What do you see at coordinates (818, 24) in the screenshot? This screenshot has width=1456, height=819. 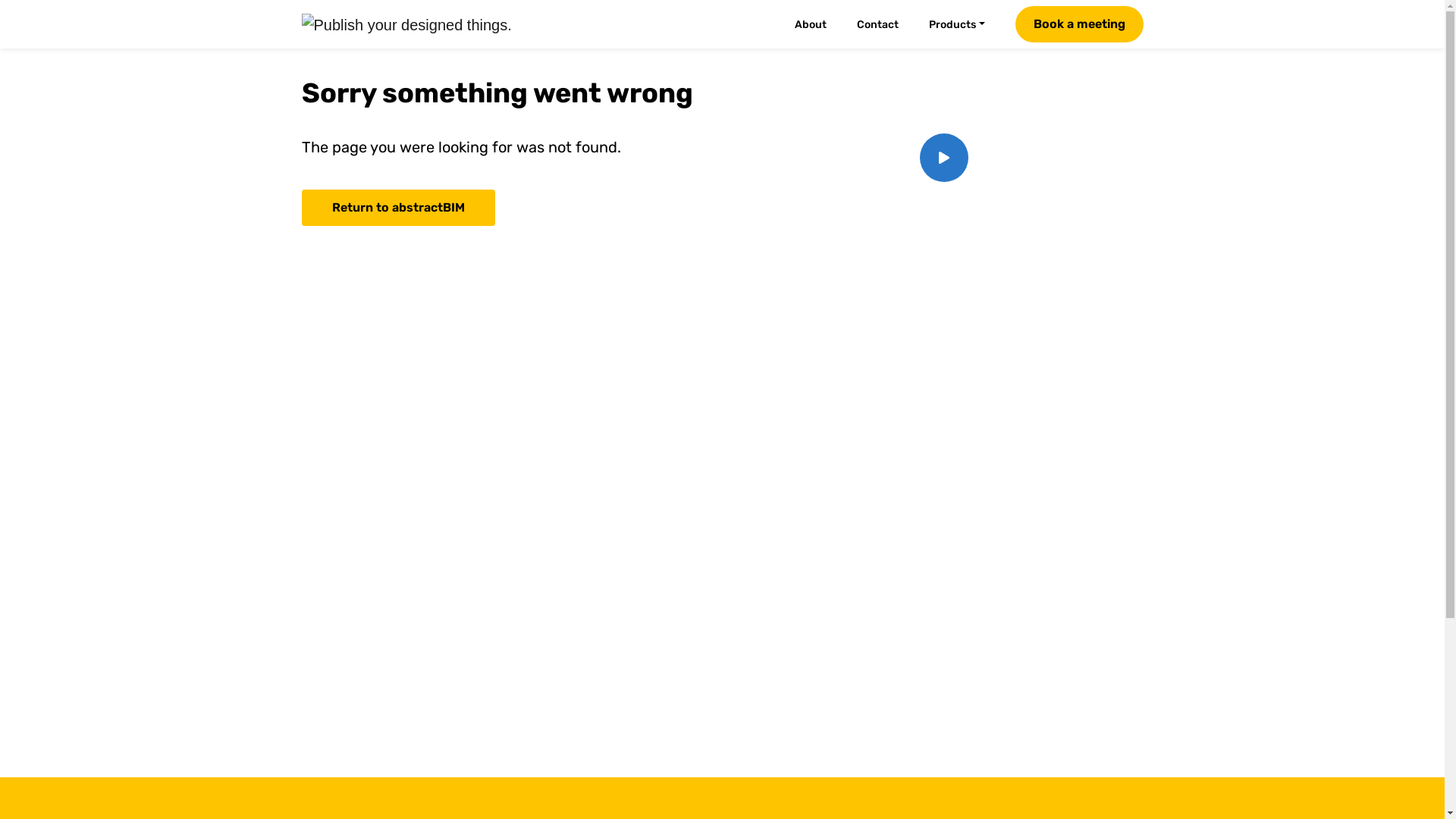 I see `'About'` at bounding box center [818, 24].